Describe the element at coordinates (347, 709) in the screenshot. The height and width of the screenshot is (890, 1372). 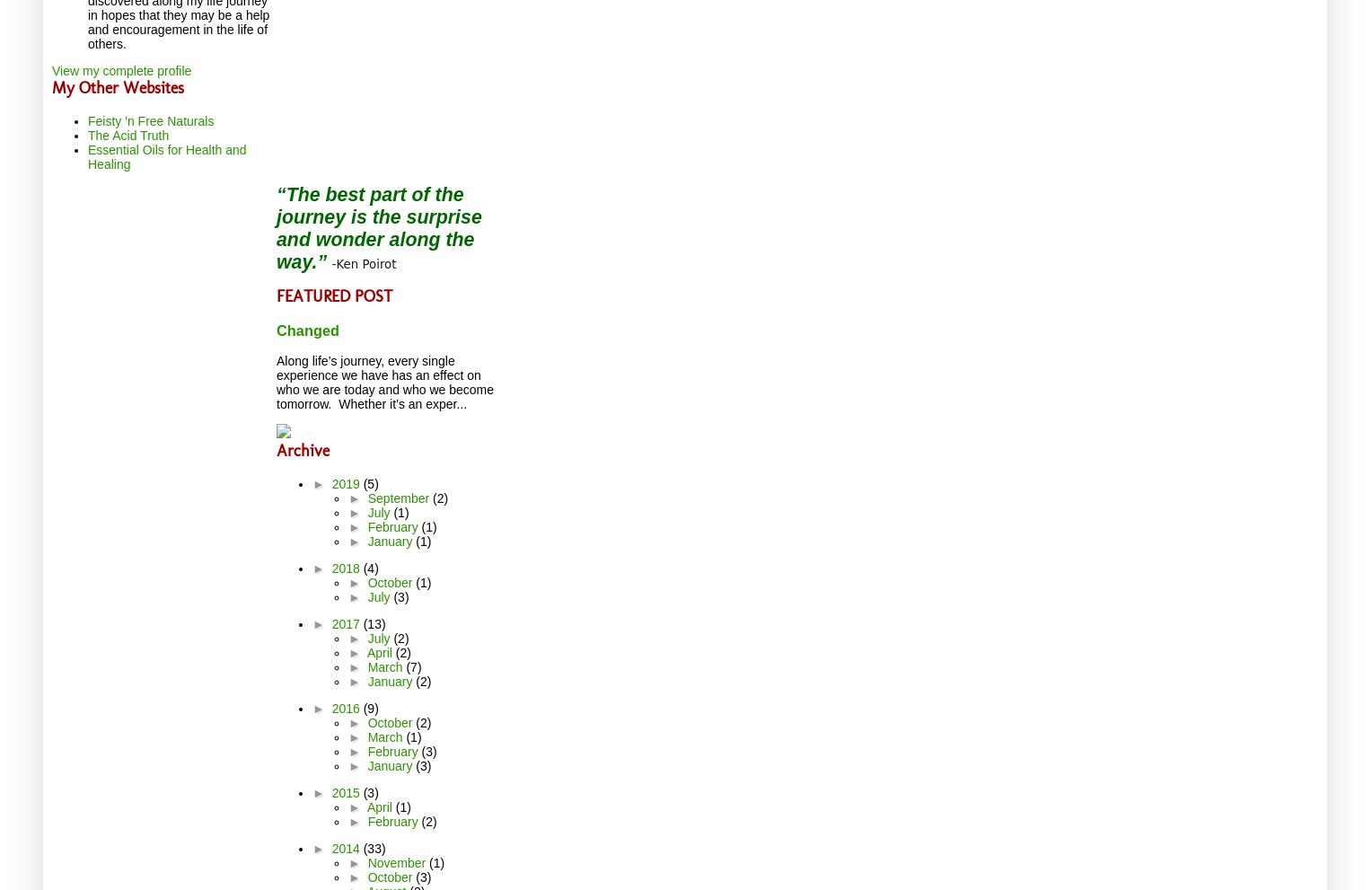
I see `'2016'` at that location.